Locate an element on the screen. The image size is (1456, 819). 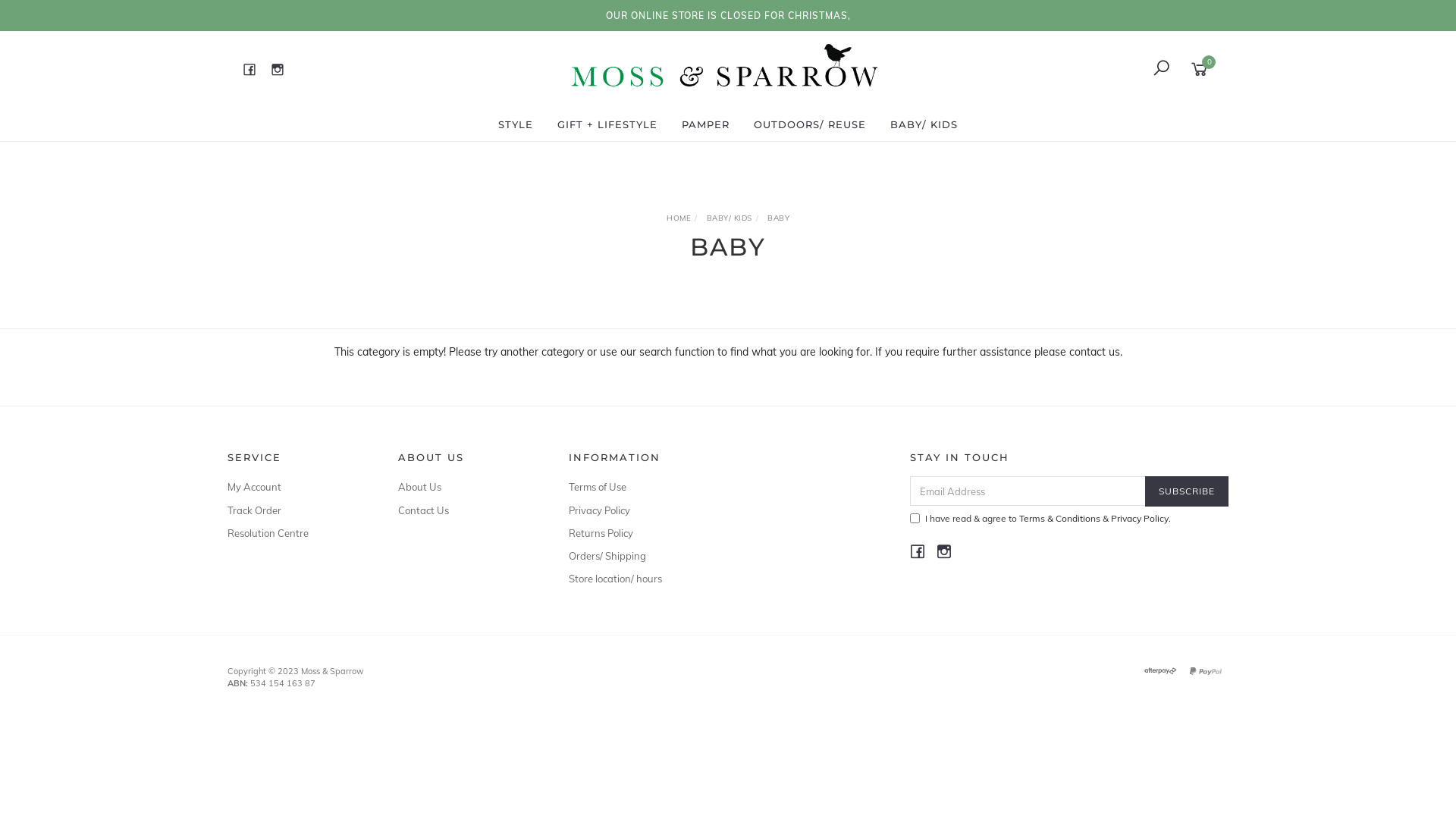
'STYLE' is located at coordinates (516, 124).